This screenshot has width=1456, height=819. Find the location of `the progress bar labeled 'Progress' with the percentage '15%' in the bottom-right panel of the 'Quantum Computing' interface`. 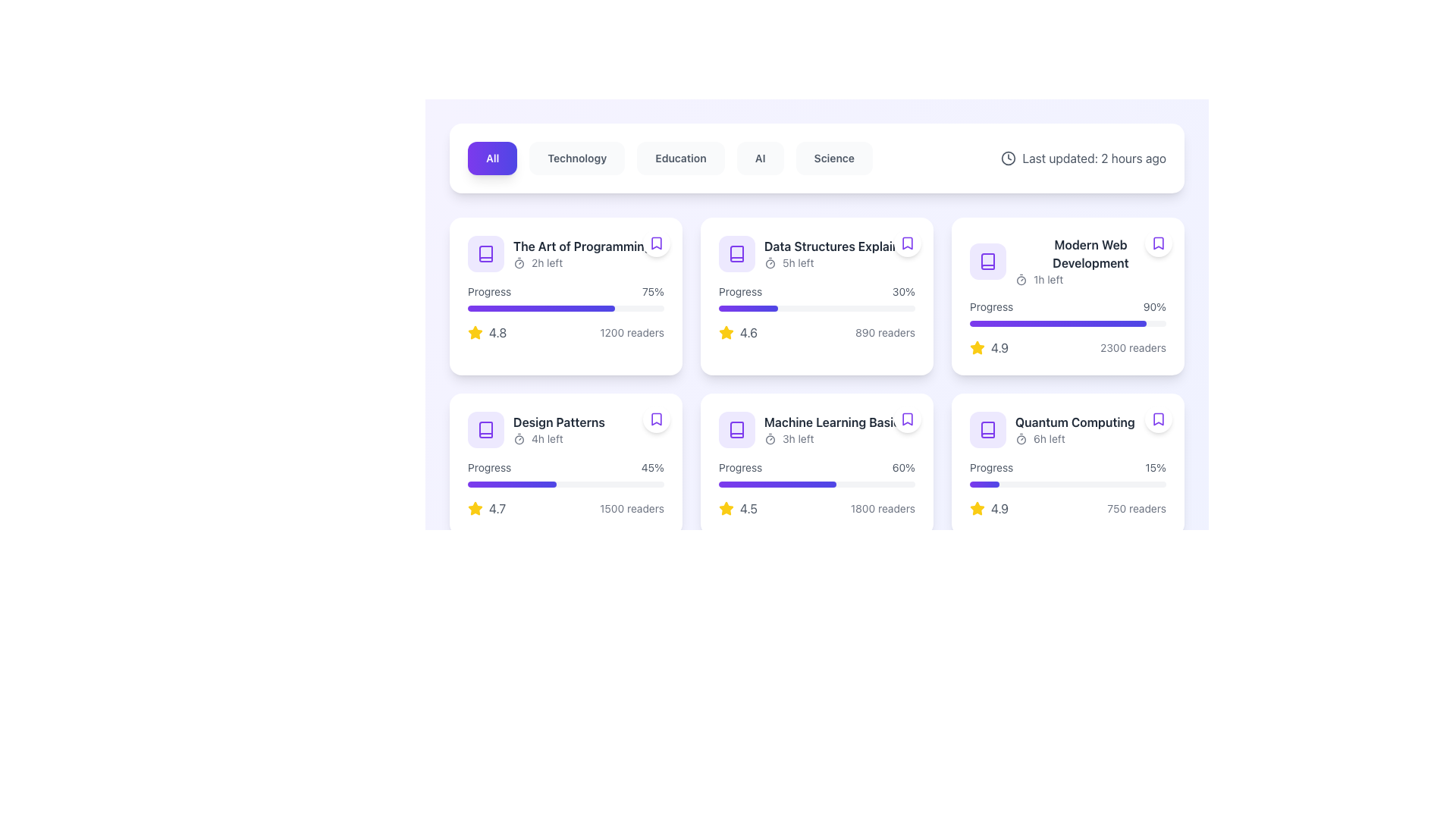

the progress bar labeled 'Progress' with the percentage '15%' in the bottom-right panel of the 'Quantum Computing' interface is located at coordinates (1067, 472).